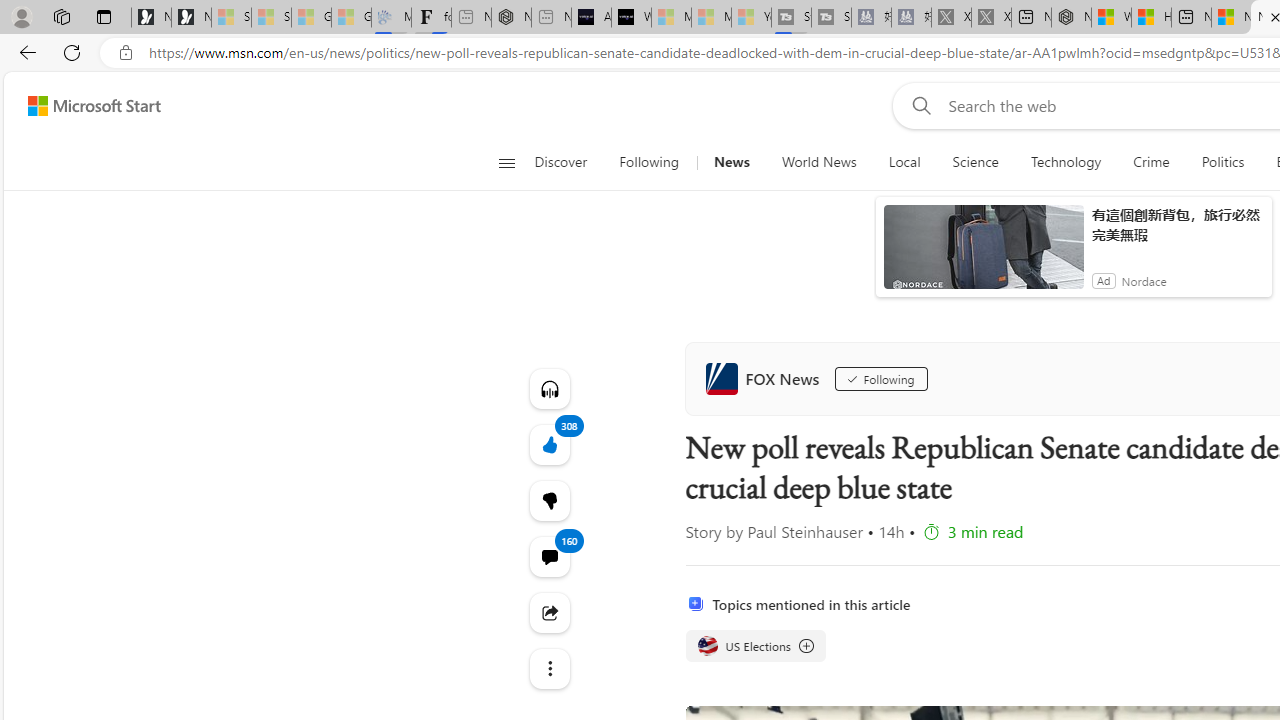  What do you see at coordinates (1151, 162) in the screenshot?
I see `'Crime'` at bounding box center [1151, 162].